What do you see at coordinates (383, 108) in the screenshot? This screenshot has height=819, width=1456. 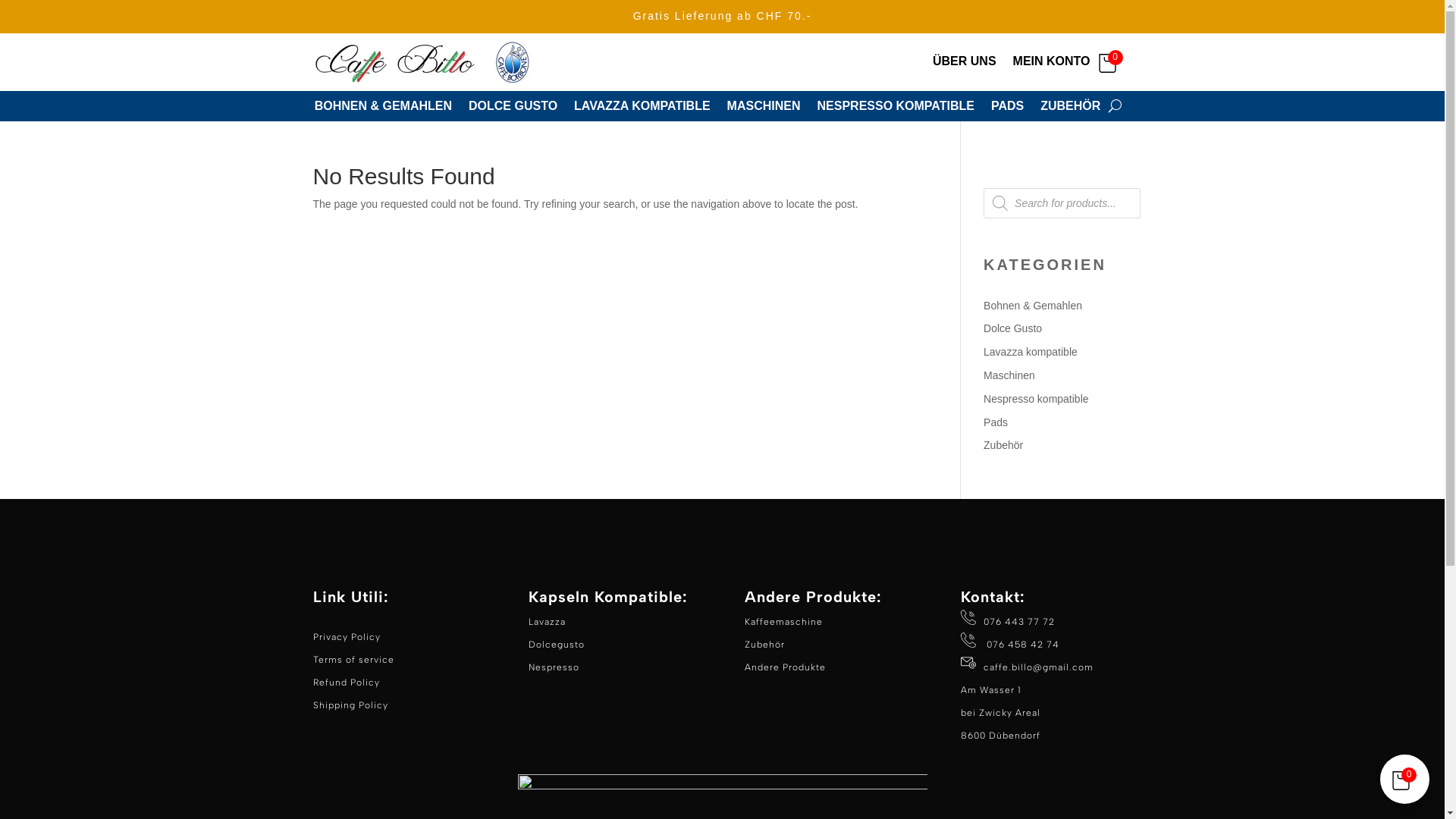 I see `'BOHNEN & GEMAHLEN'` at bounding box center [383, 108].